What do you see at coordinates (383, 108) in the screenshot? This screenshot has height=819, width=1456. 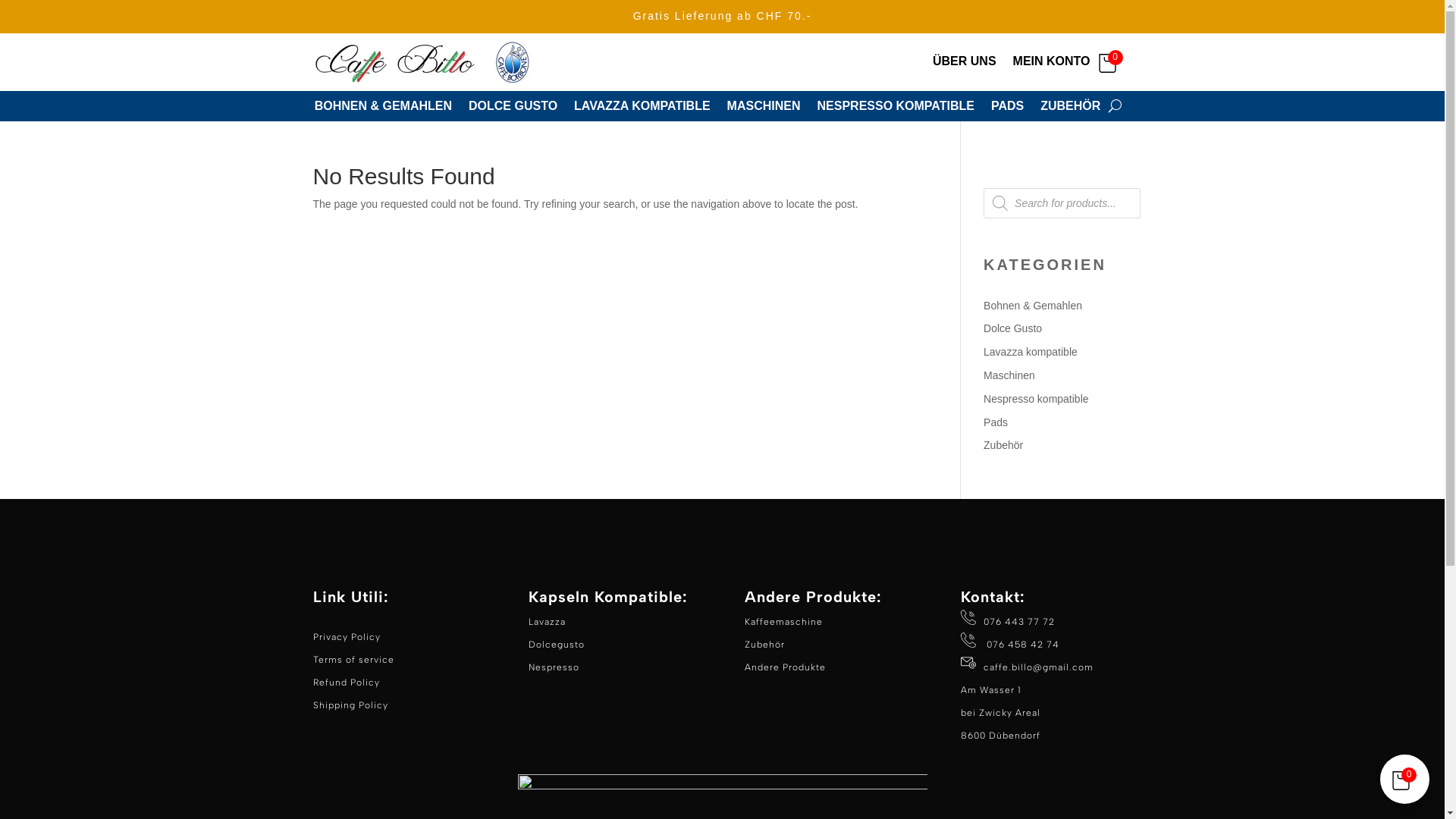 I see `'BOHNEN & GEMAHLEN'` at bounding box center [383, 108].